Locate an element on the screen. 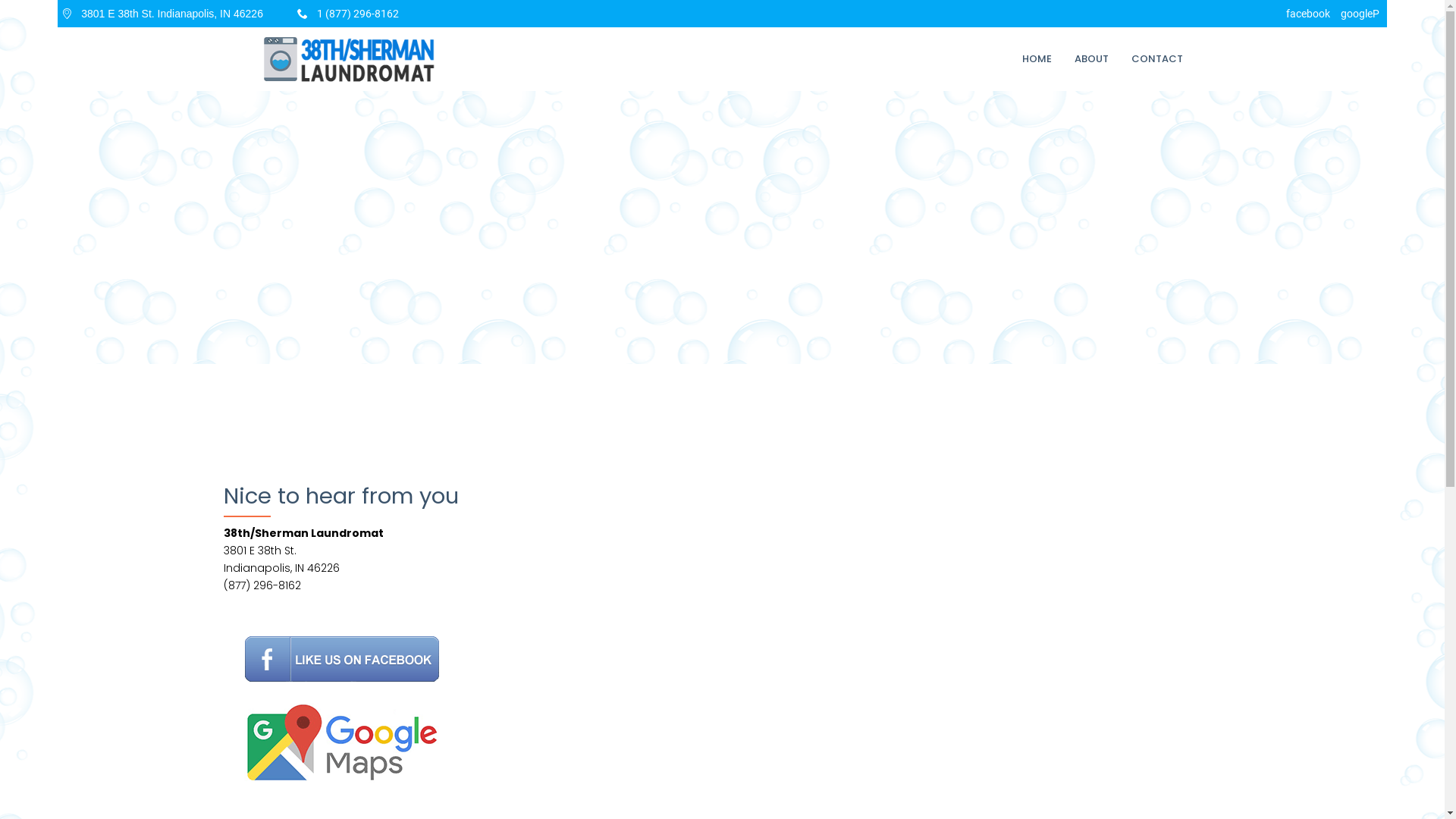 This screenshot has height=819, width=1456. 'HOME' is located at coordinates (1036, 58).